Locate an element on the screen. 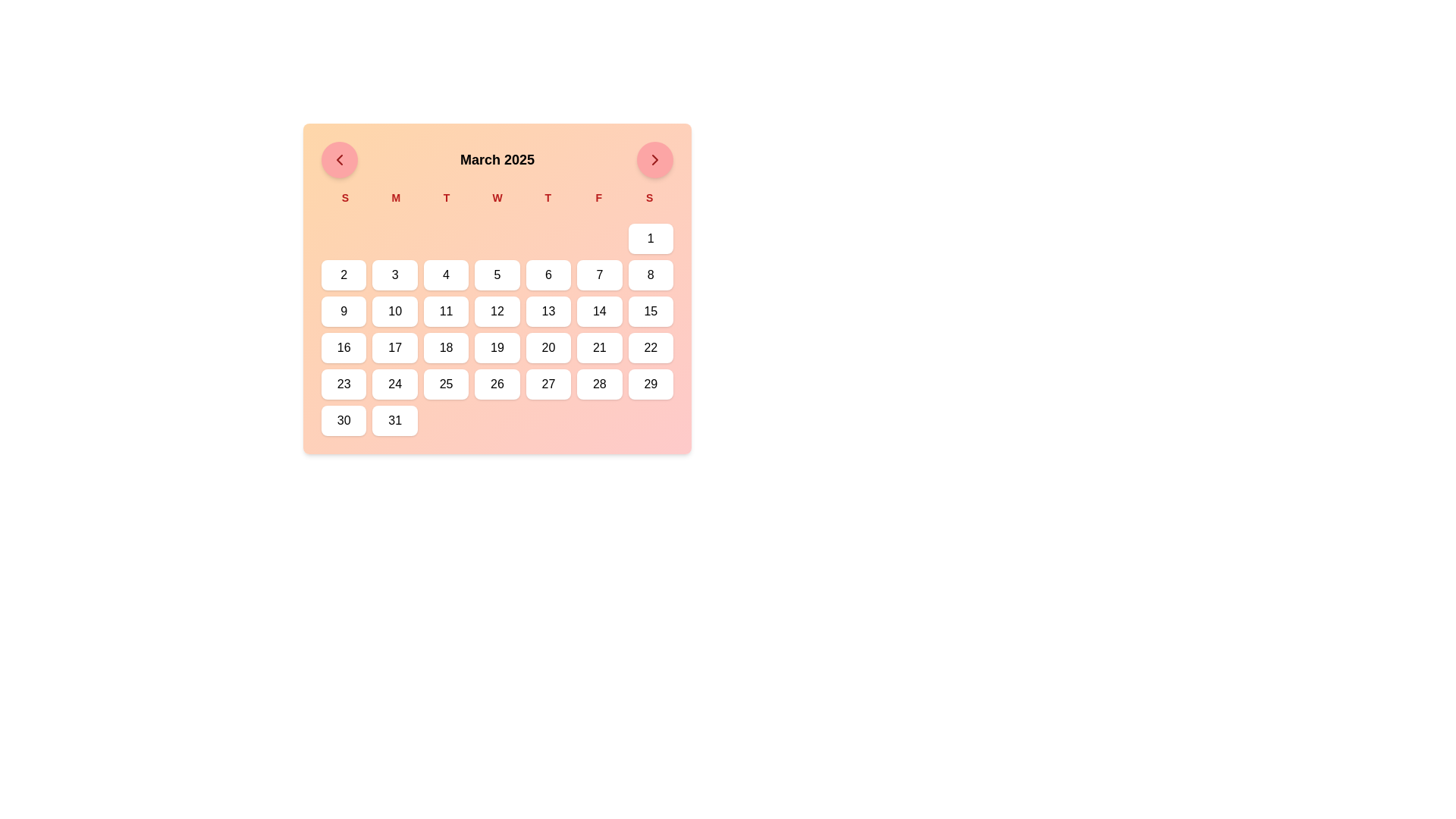 The height and width of the screenshot is (819, 1456). the circular button with a red background and a right-pointing dark red arrow icon is located at coordinates (655, 160).